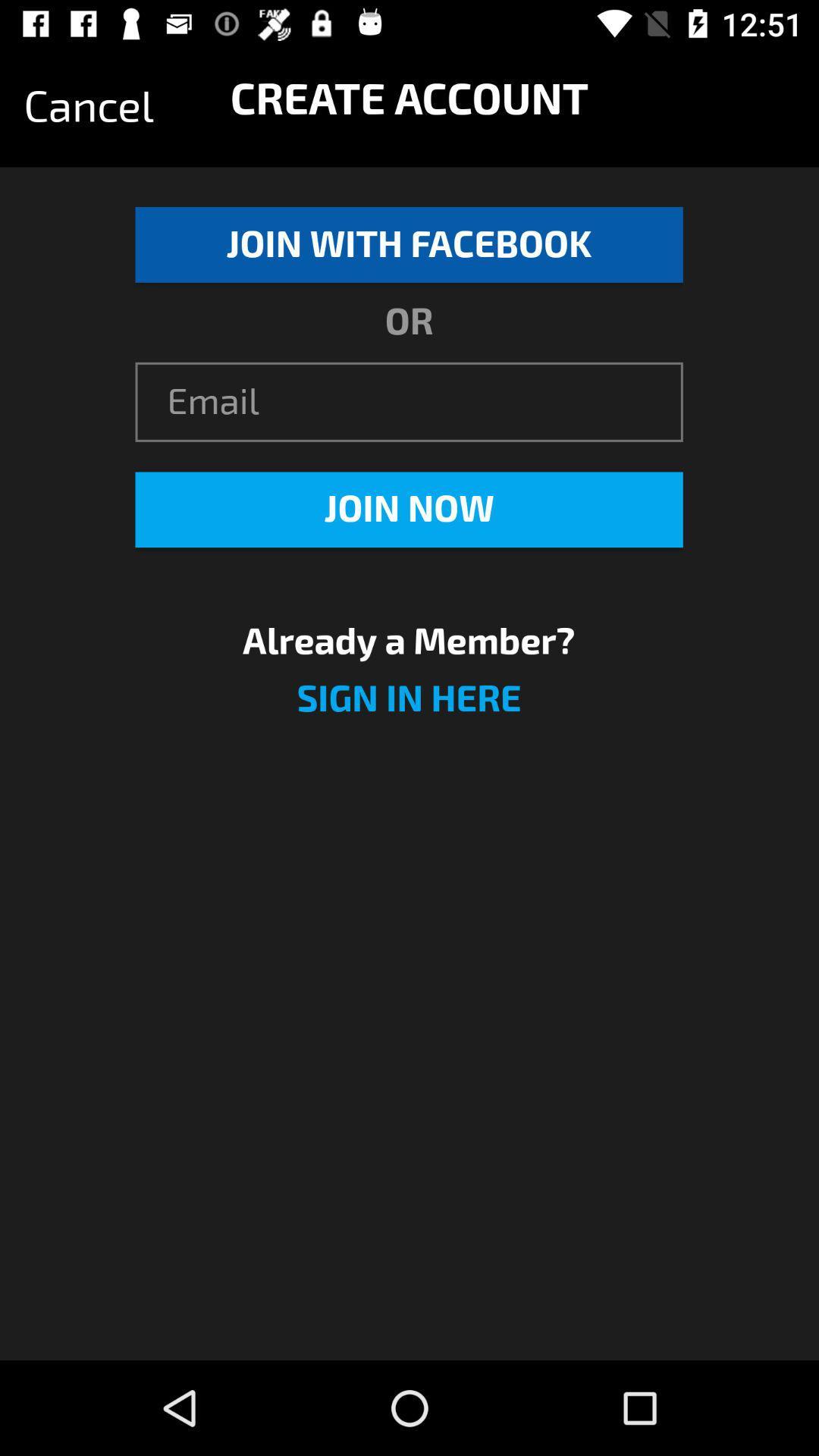 This screenshot has width=819, height=1456. Describe the element at coordinates (408, 708) in the screenshot. I see `the item below the already a member?` at that location.